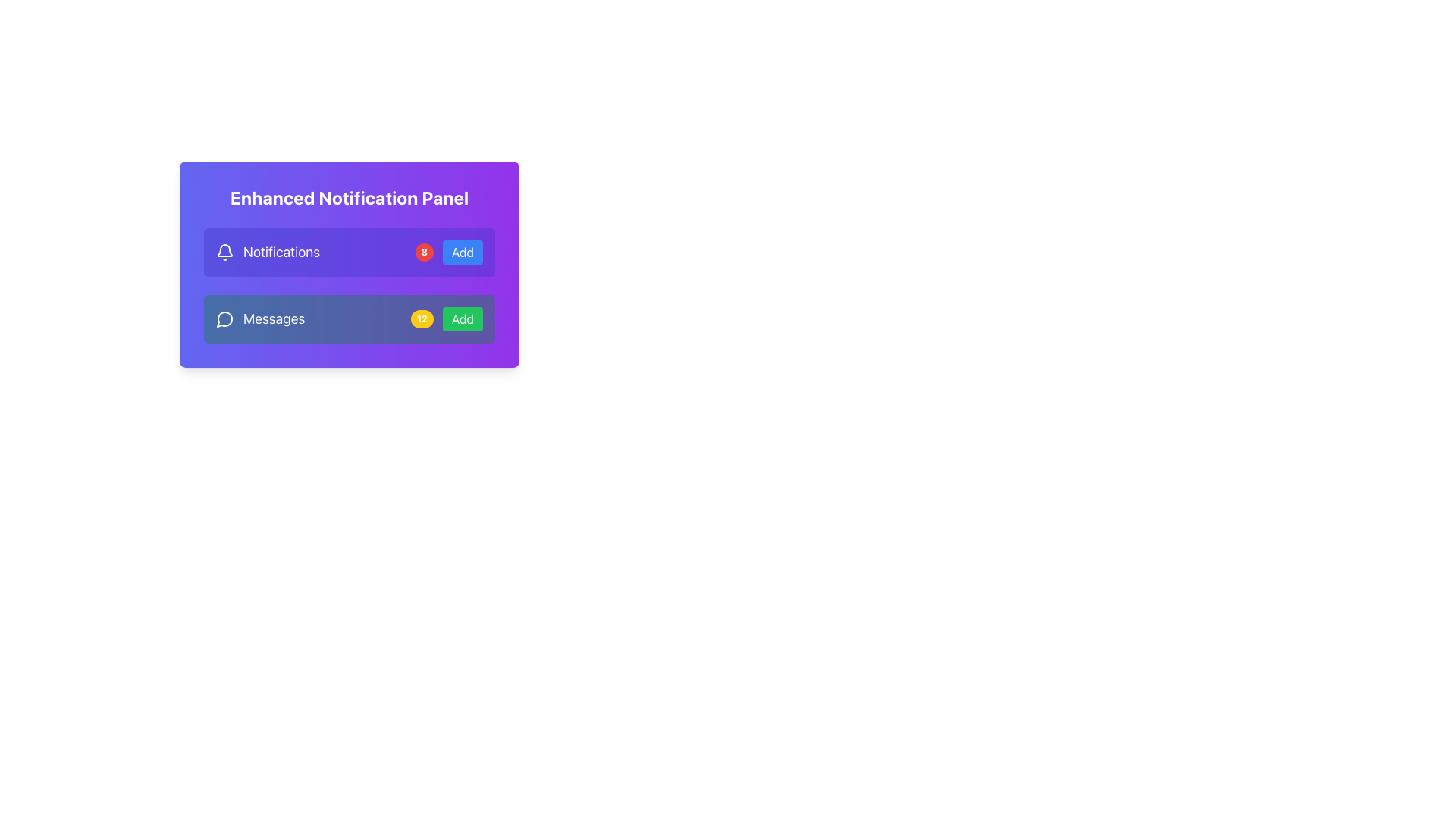 This screenshot has width=1456, height=819. Describe the element at coordinates (268, 251) in the screenshot. I see `the notifications label located on the left side of the notification panel` at that location.